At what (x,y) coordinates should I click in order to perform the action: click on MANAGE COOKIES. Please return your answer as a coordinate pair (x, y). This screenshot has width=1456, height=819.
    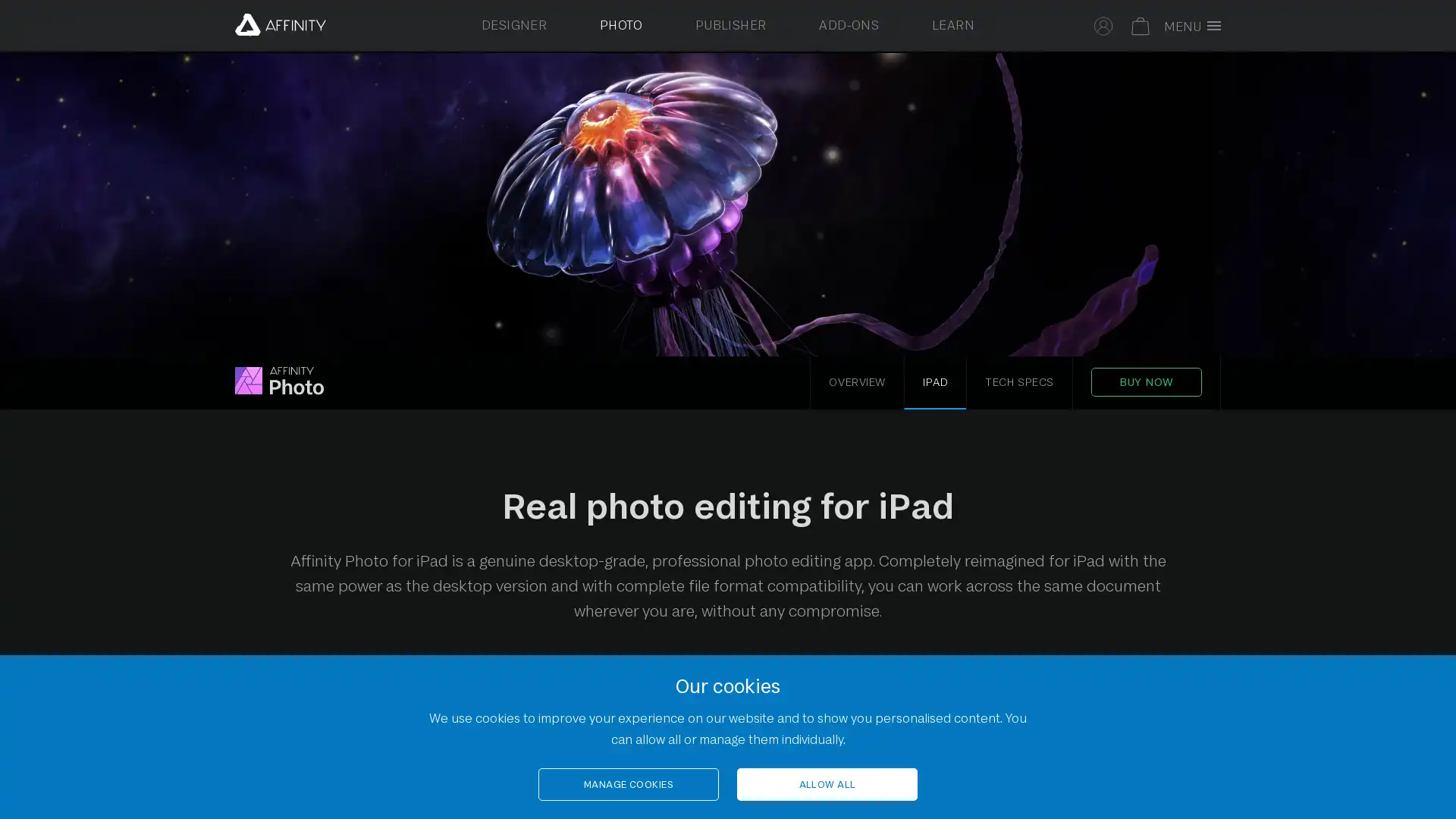
    Looking at the image, I should click on (629, 784).